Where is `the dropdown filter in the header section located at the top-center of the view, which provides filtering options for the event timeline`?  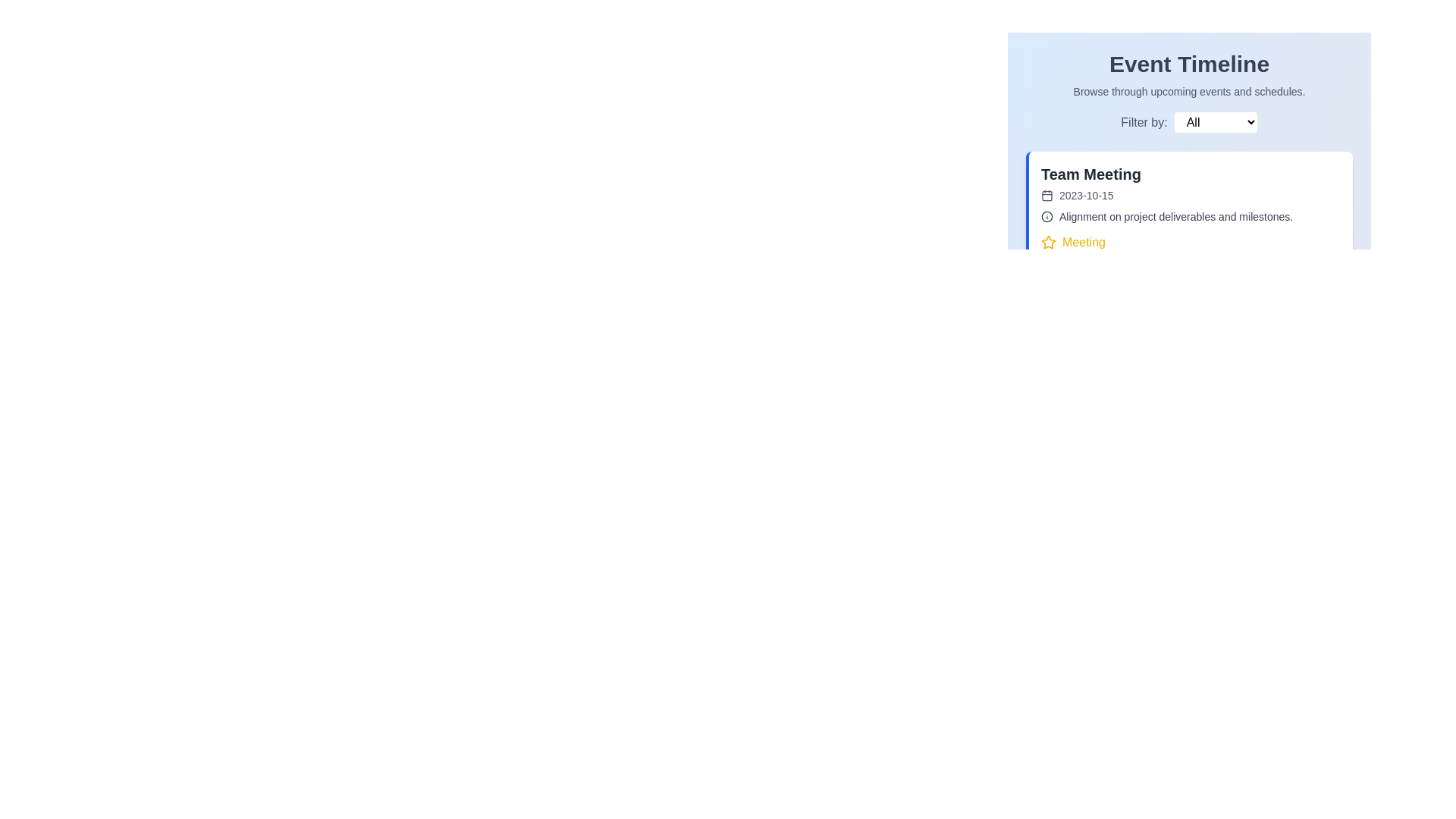
the dropdown filter in the header section located at the top-center of the view, which provides filtering options for the event timeline is located at coordinates (1188, 92).